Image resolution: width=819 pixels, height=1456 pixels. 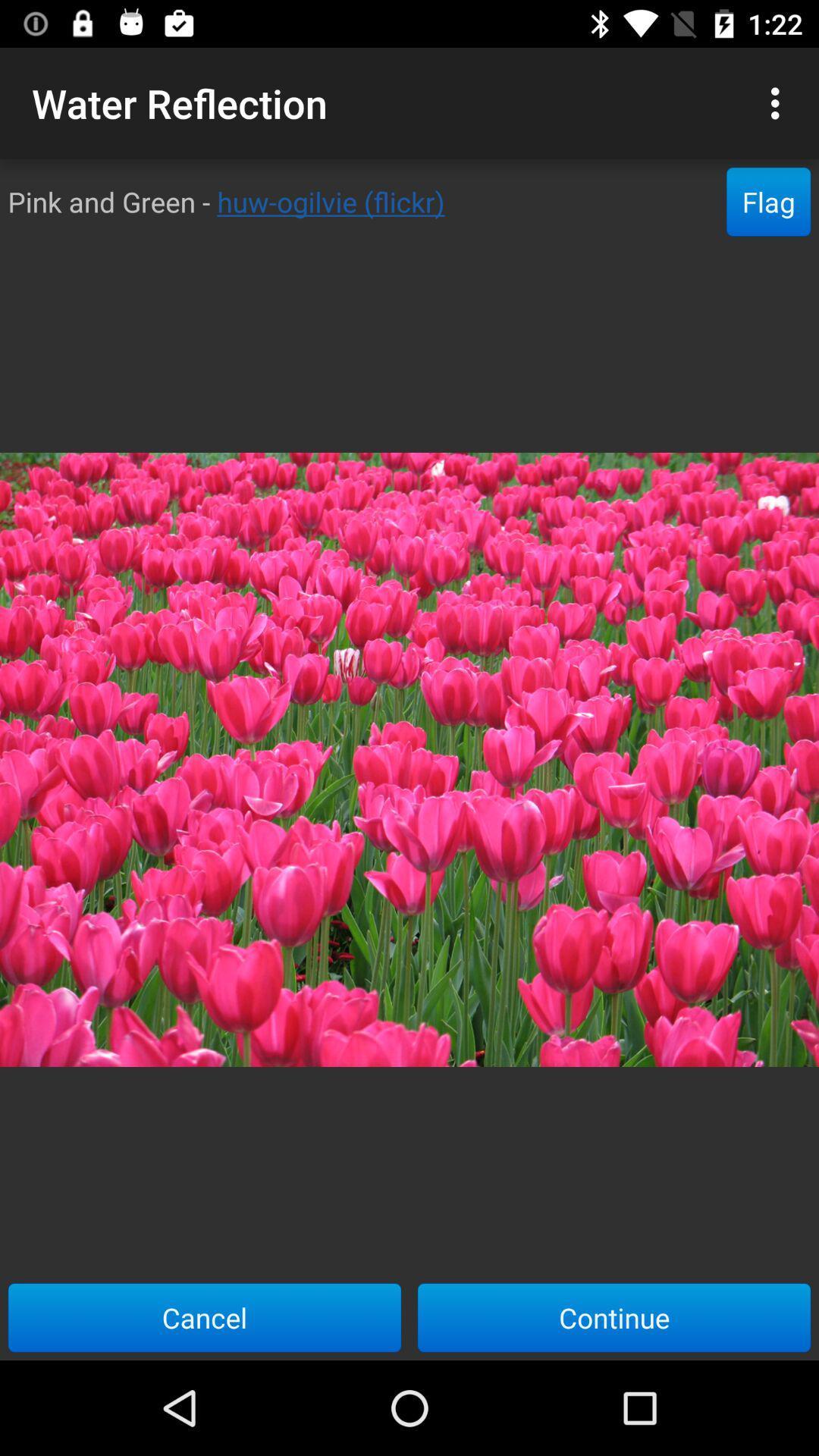 What do you see at coordinates (768, 201) in the screenshot?
I see `flag` at bounding box center [768, 201].